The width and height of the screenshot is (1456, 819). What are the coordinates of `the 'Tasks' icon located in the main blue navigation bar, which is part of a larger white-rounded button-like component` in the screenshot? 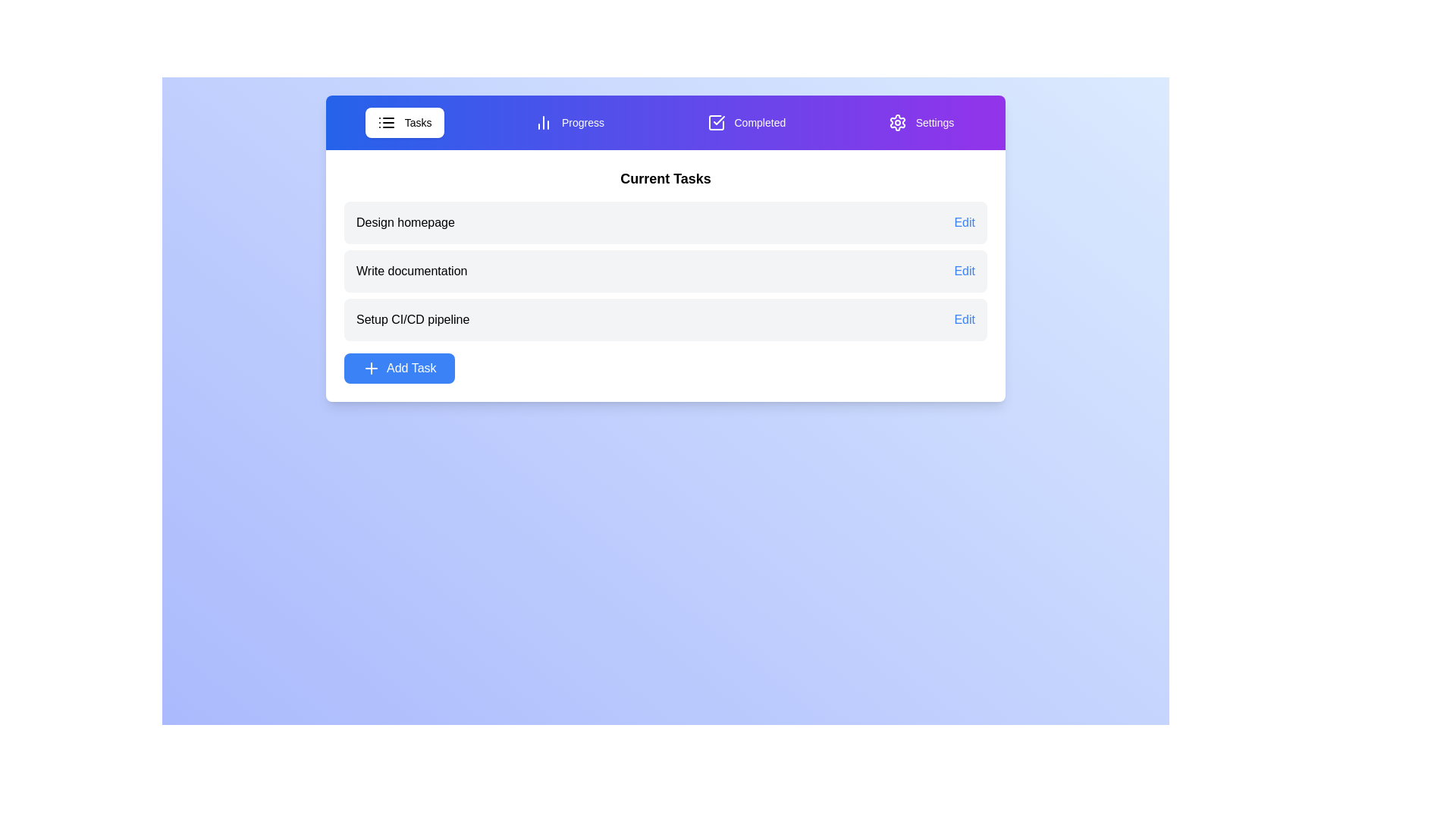 It's located at (386, 122).